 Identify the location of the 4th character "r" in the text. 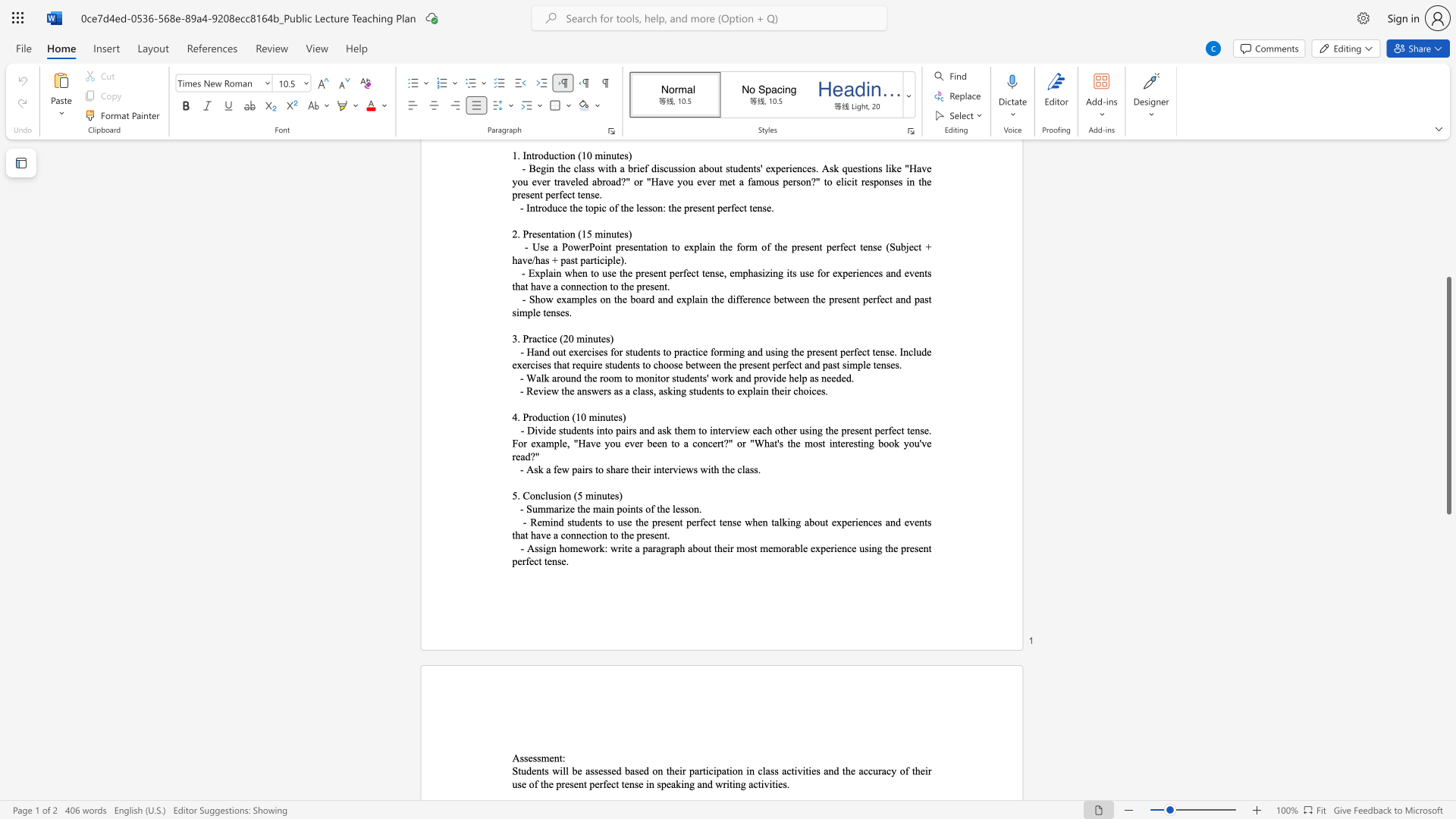
(643, 534).